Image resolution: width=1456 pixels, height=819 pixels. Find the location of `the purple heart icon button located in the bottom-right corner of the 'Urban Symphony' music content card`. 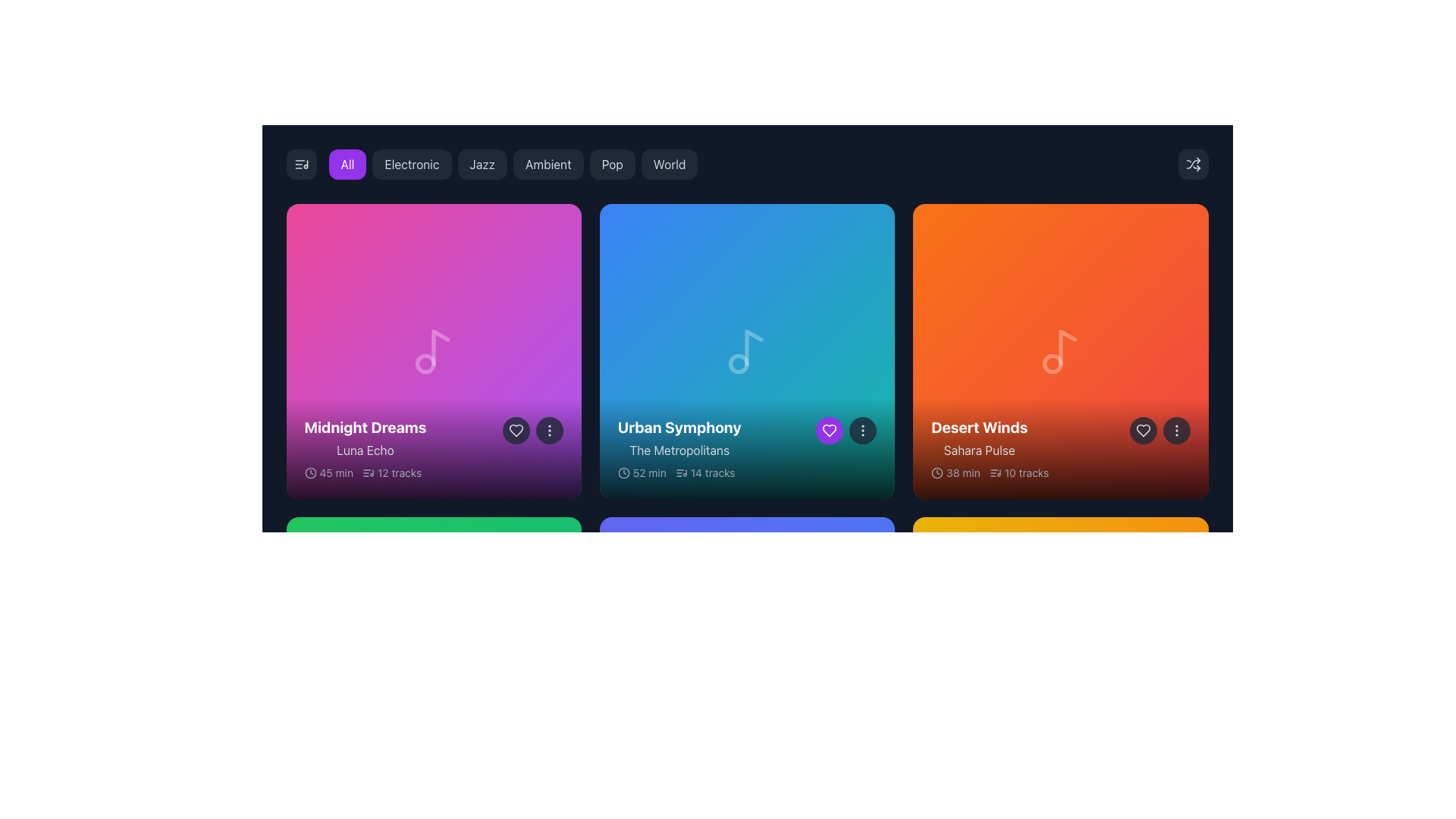

the purple heart icon button located in the bottom-right corner of the 'Urban Symphony' music content card is located at coordinates (829, 431).